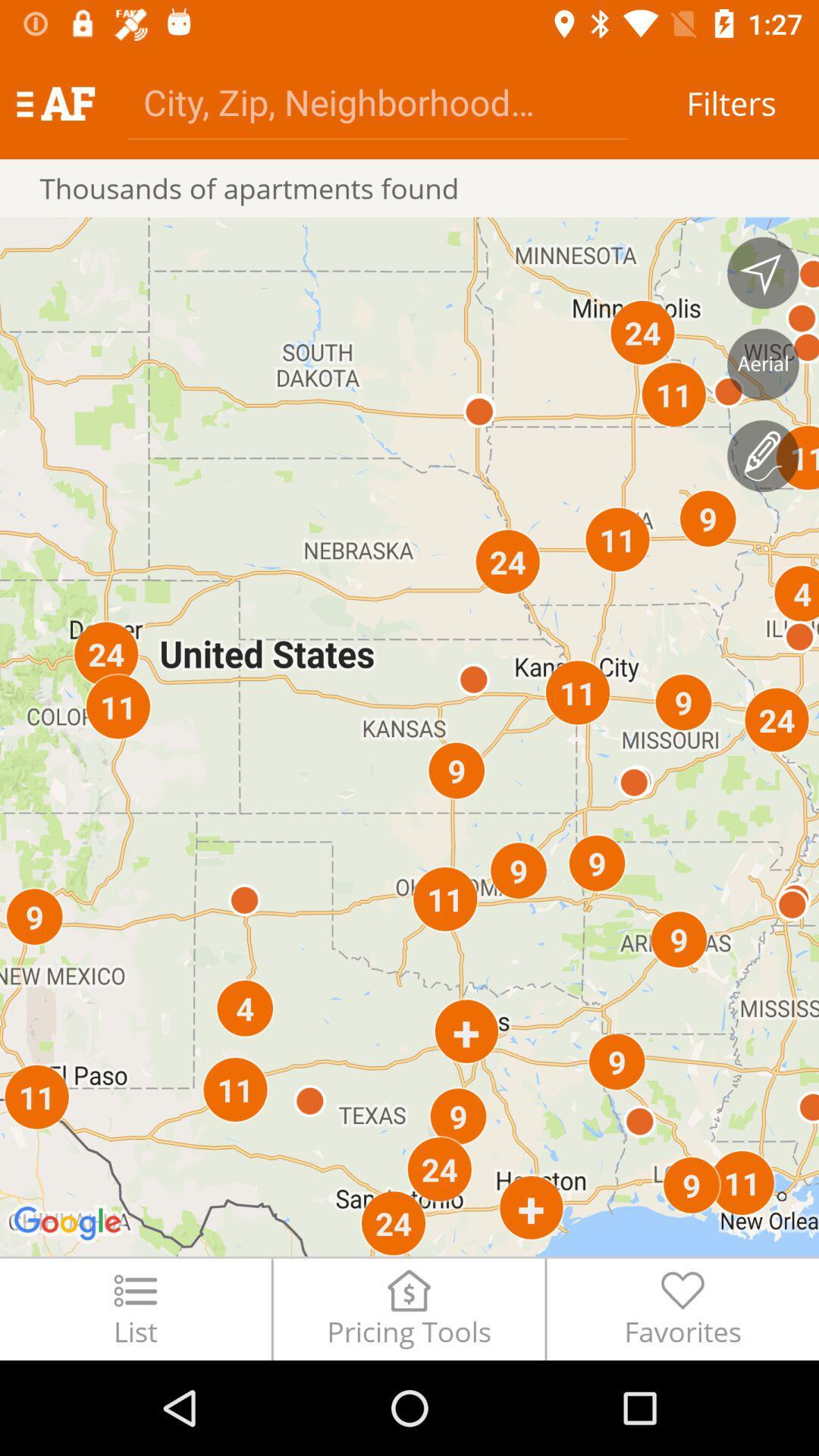 This screenshot has width=819, height=1456. I want to click on pricing tools, so click(408, 1308).